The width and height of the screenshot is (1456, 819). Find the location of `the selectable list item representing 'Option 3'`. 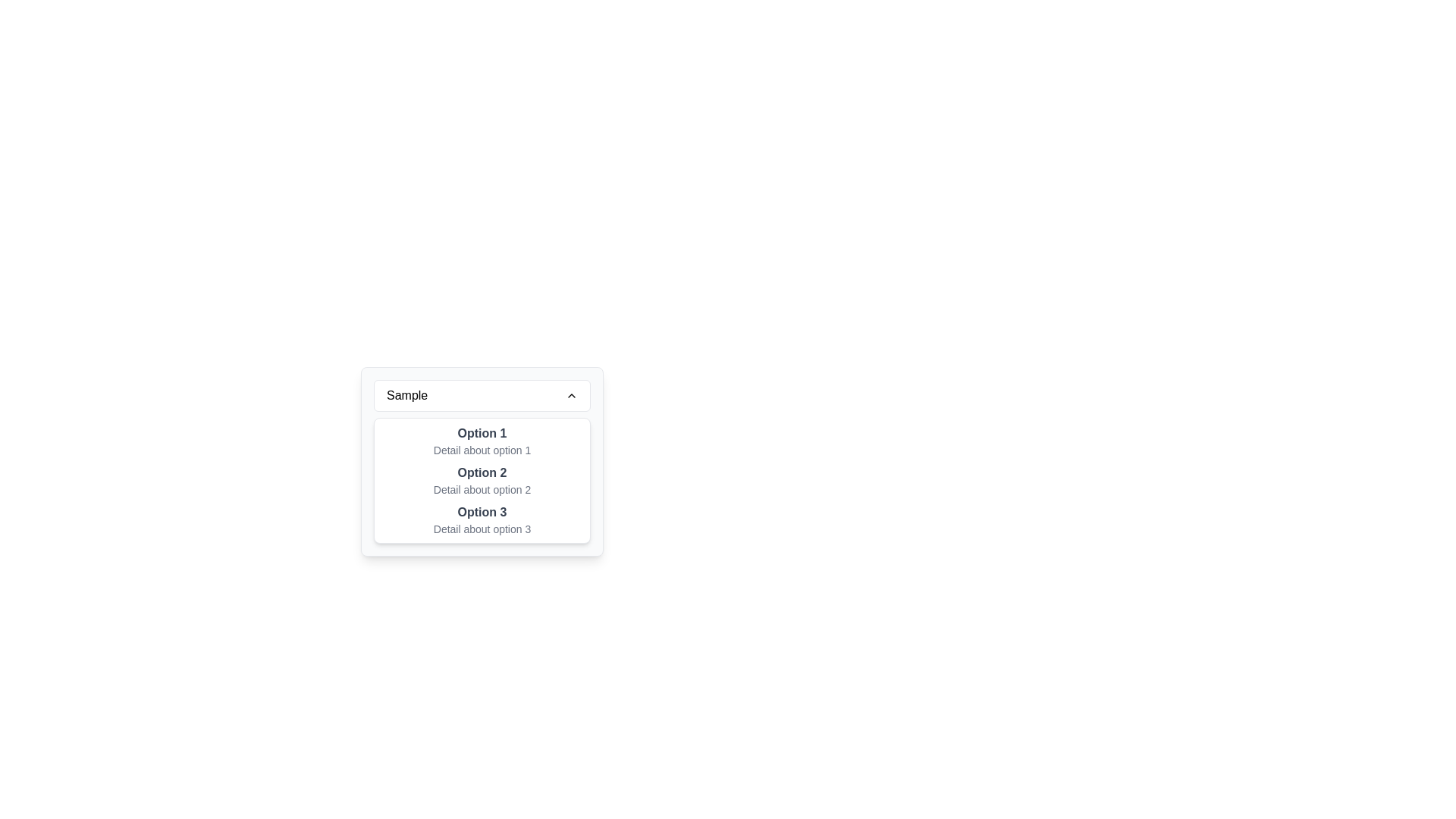

the selectable list item representing 'Option 3' is located at coordinates (481, 519).